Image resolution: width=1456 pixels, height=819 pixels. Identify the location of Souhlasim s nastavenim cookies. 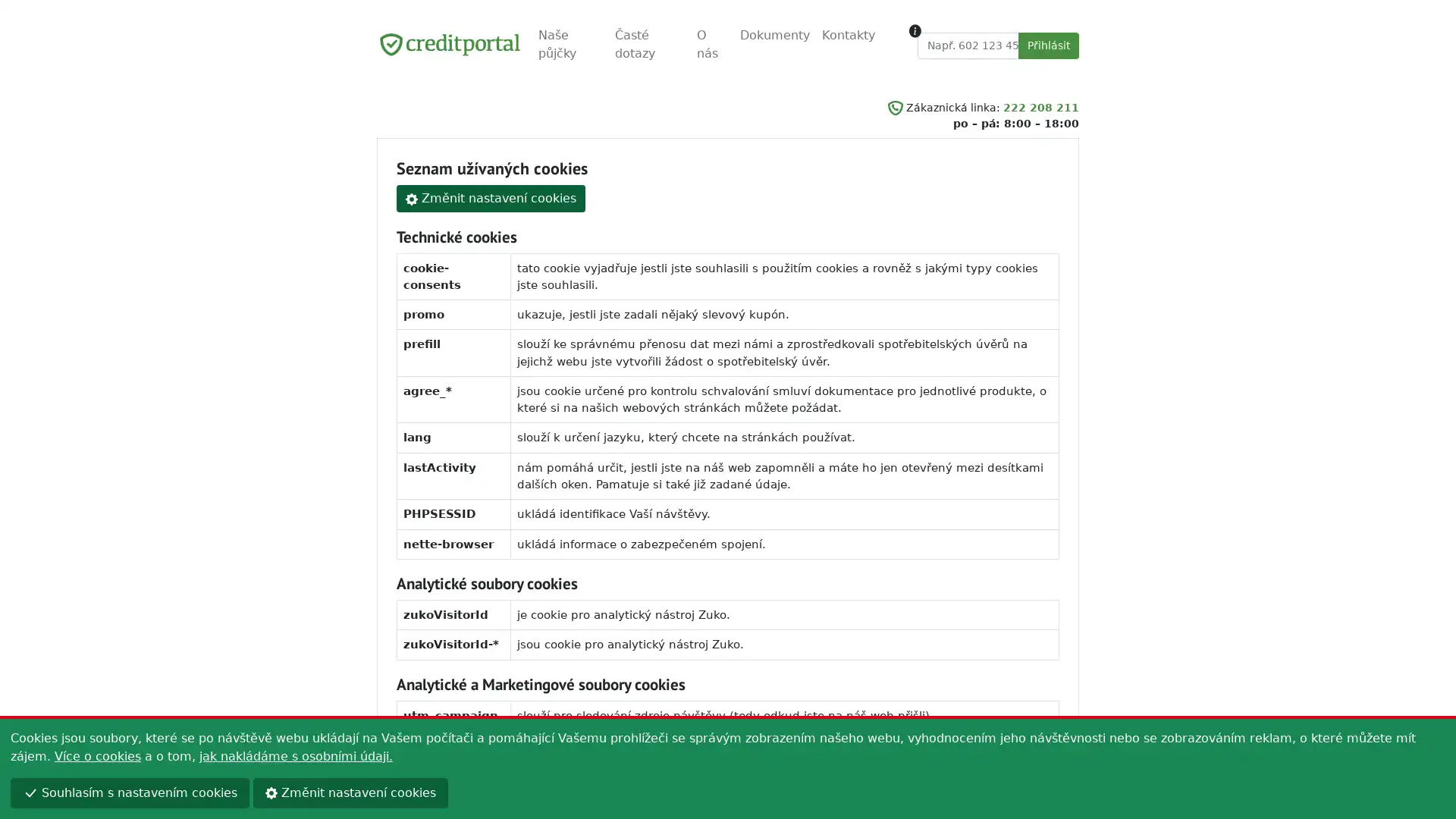
(130, 792).